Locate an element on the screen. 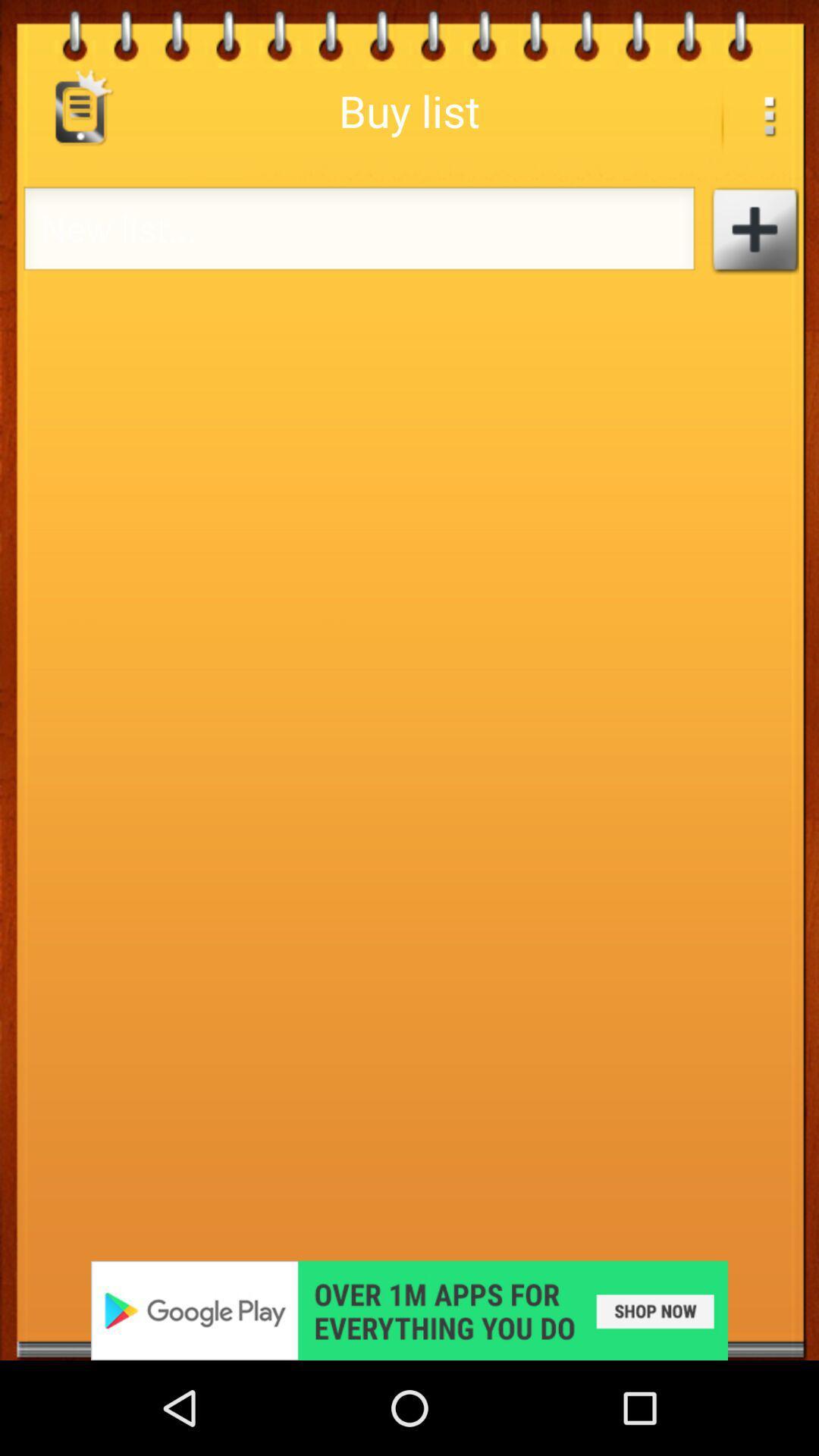  open advertisement is located at coordinates (409, 1310).